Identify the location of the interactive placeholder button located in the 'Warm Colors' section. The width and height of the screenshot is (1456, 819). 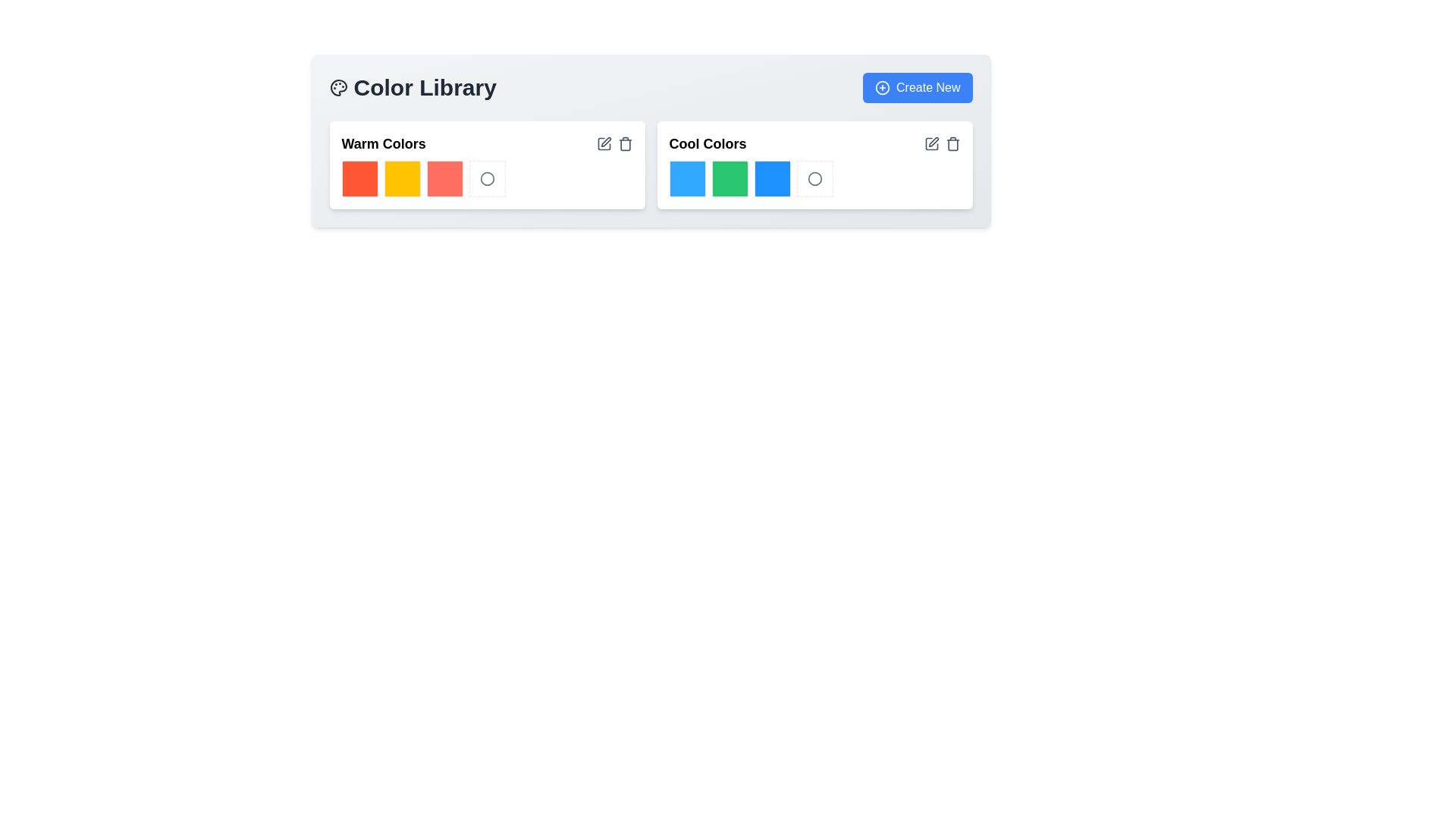
(487, 177).